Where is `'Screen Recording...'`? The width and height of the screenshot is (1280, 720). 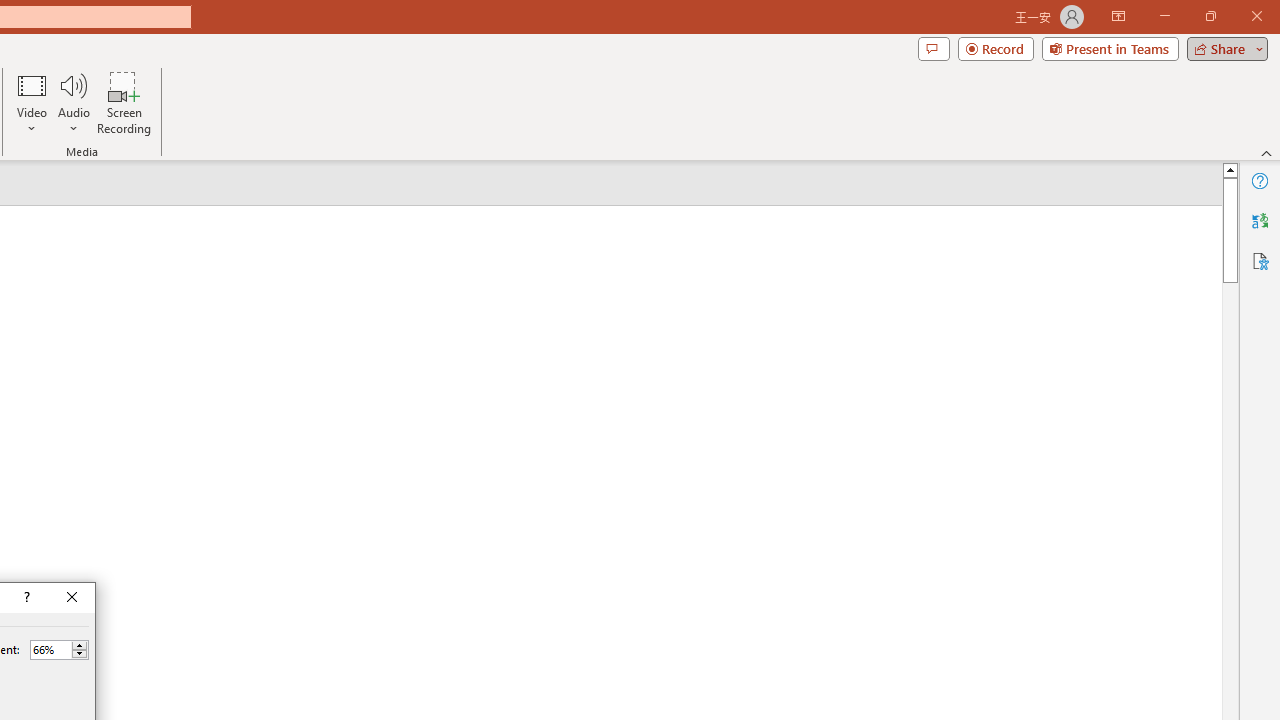
'Screen Recording...' is located at coordinates (123, 103).